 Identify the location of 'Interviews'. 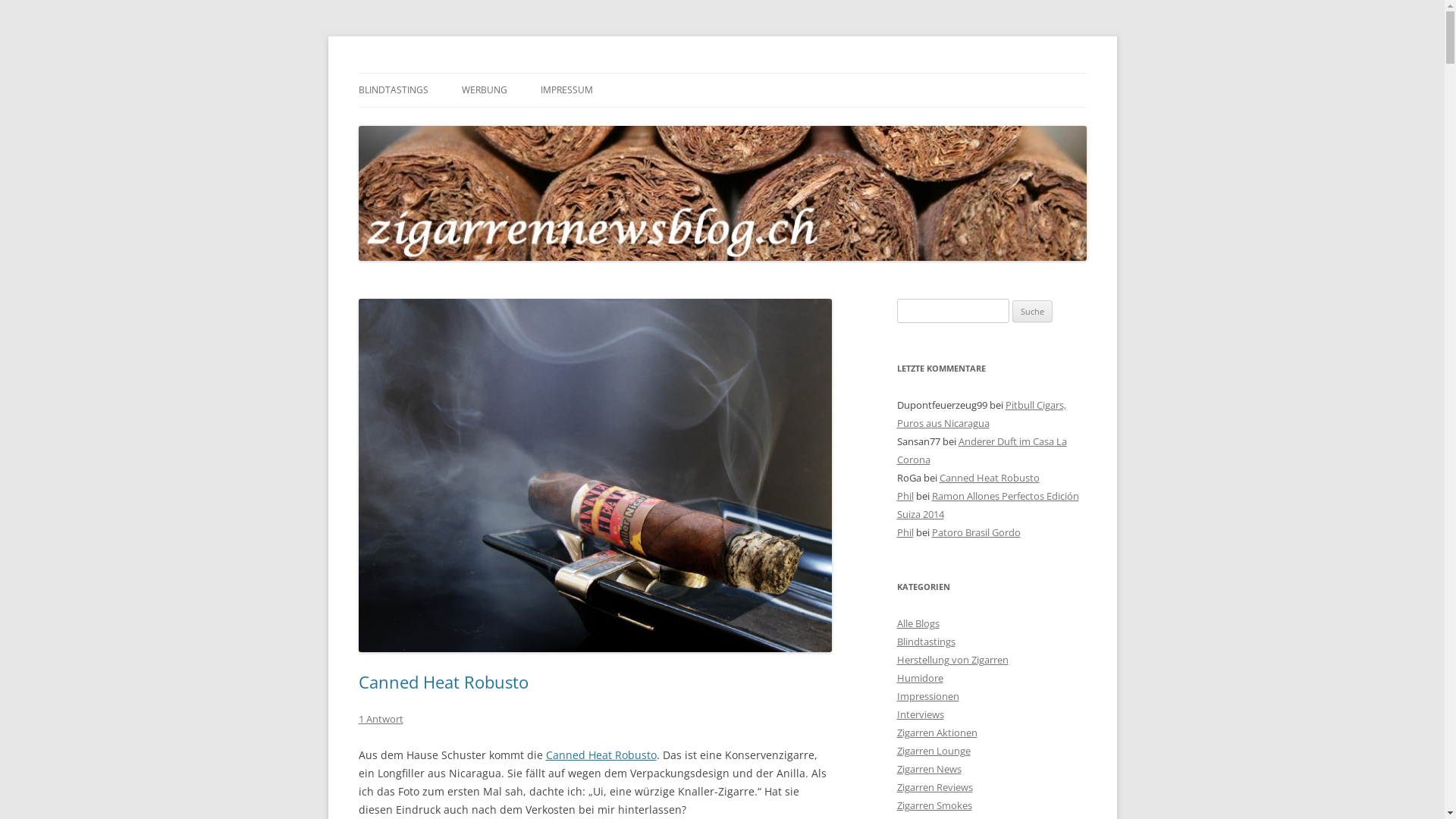
(919, 714).